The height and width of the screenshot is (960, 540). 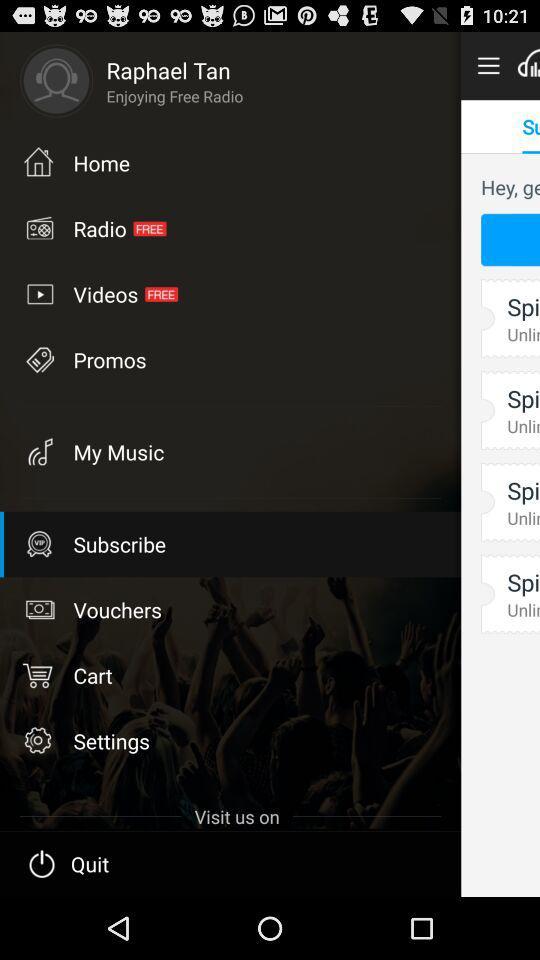 I want to click on the video icon, so click(x=38, y=293).